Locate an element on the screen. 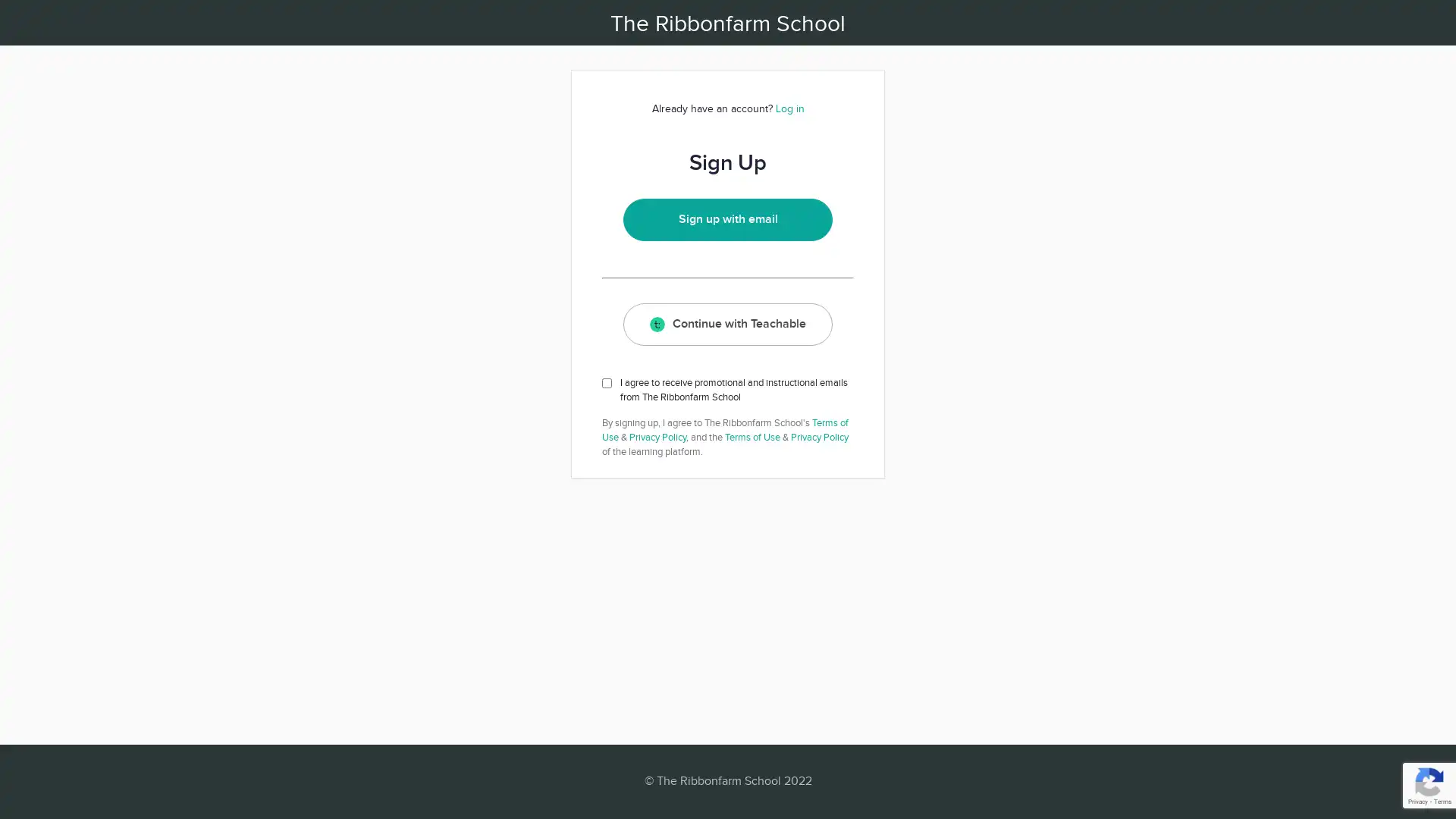 This screenshot has width=1456, height=819. Continue with Teachable is located at coordinates (726, 323).